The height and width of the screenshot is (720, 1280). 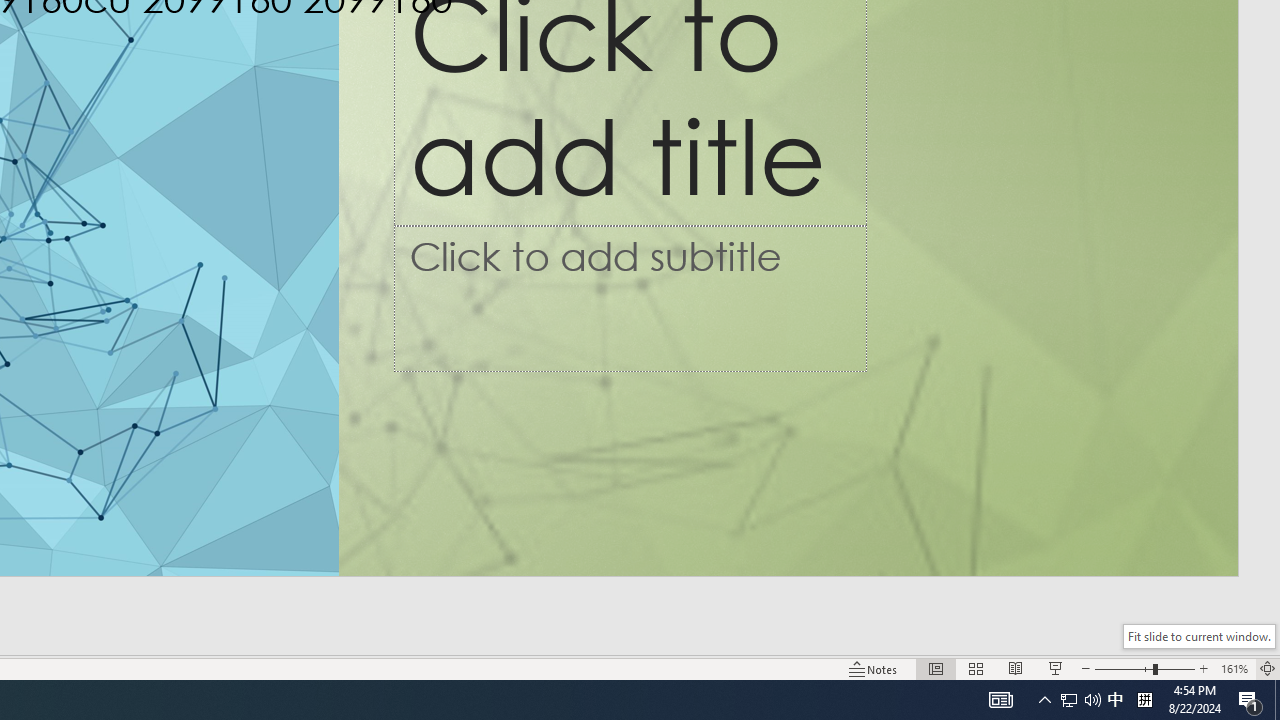 I want to click on 'Fit slide to current window.', so click(x=1199, y=636).